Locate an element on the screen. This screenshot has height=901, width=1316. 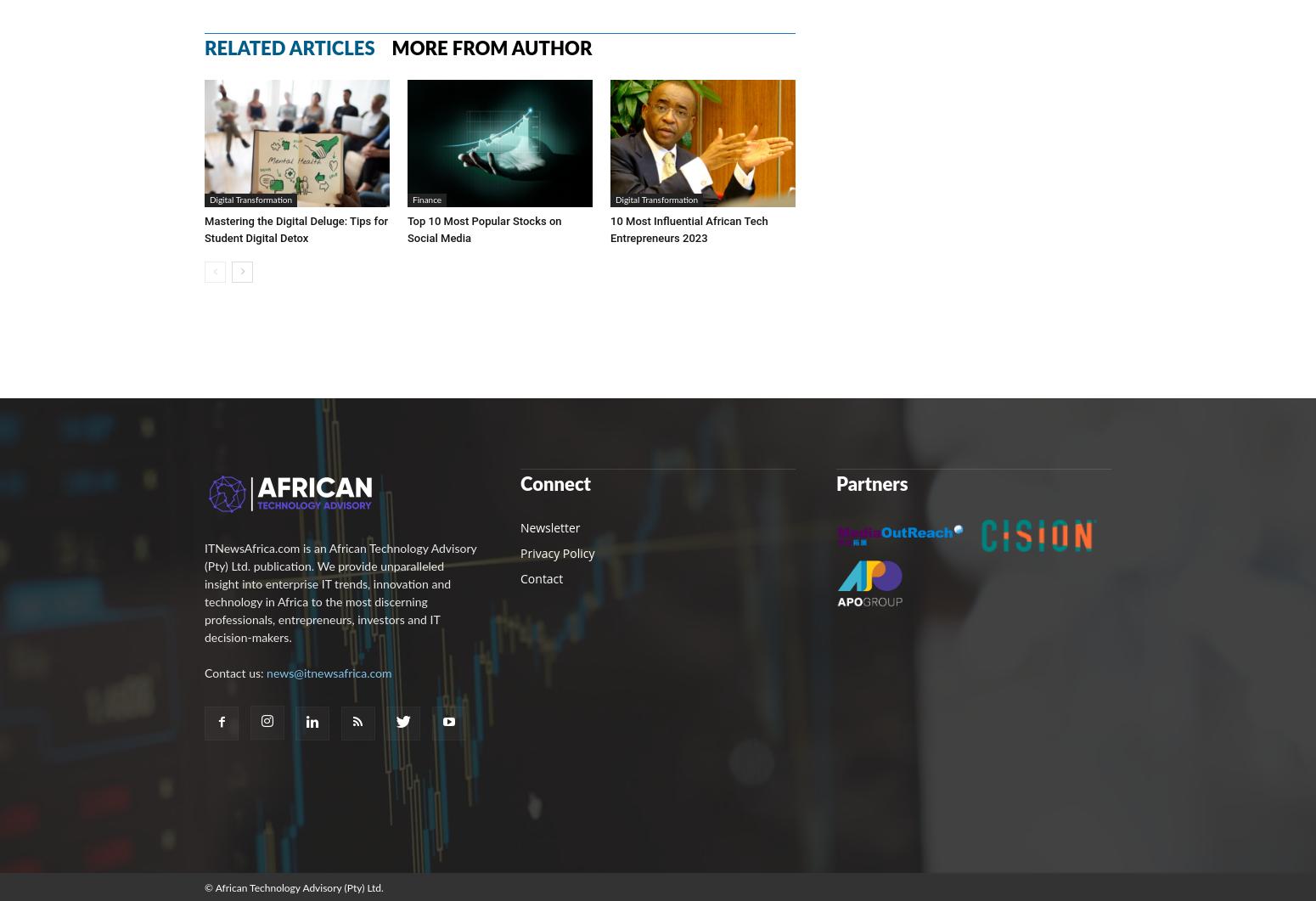
'Mastering the Digital Deluge: Tips for Student Digital Detox' is located at coordinates (295, 228).